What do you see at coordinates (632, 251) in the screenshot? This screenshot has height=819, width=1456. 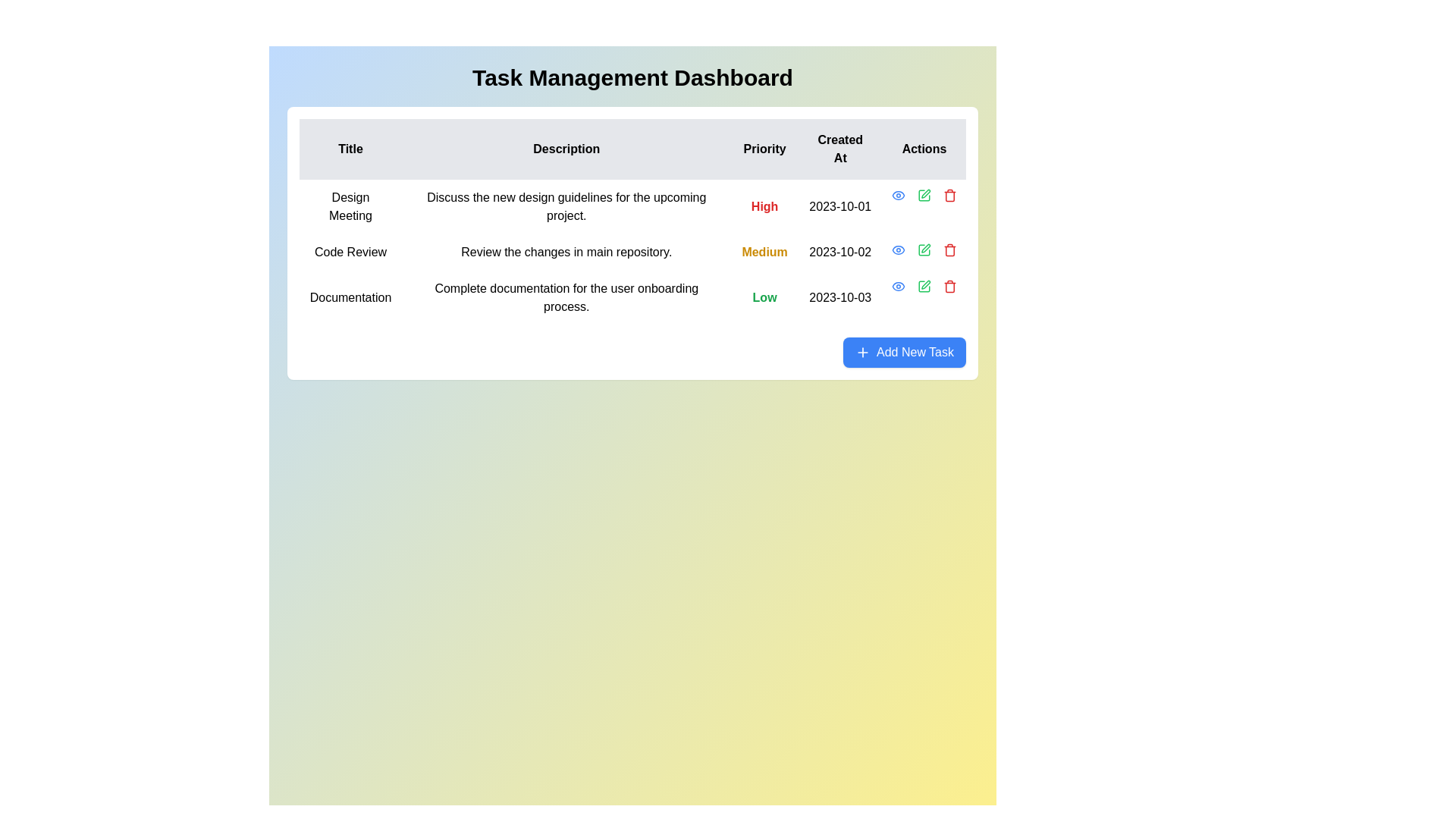 I see `the second data row in the task management dashboard that contains details about the task titled 'Code Review', which includes a bold yellow priority field` at bounding box center [632, 251].